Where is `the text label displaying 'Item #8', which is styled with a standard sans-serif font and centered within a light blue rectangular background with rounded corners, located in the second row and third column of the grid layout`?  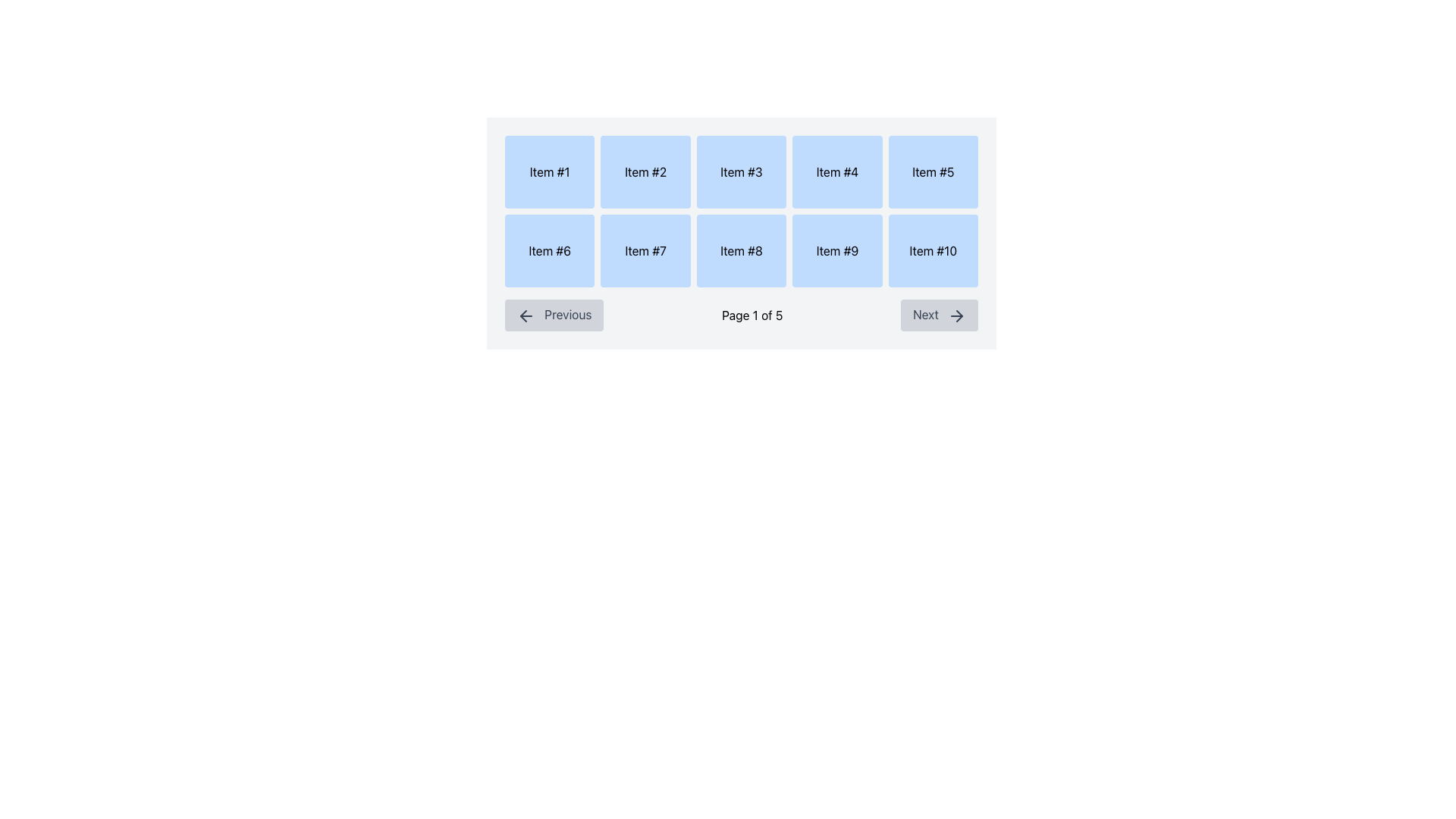 the text label displaying 'Item #8', which is styled with a standard sans-serif font and centered within a light blue rectangular background with rounded corners, located in the second row and third column of the grid layout is located at coordinates (742, 250).